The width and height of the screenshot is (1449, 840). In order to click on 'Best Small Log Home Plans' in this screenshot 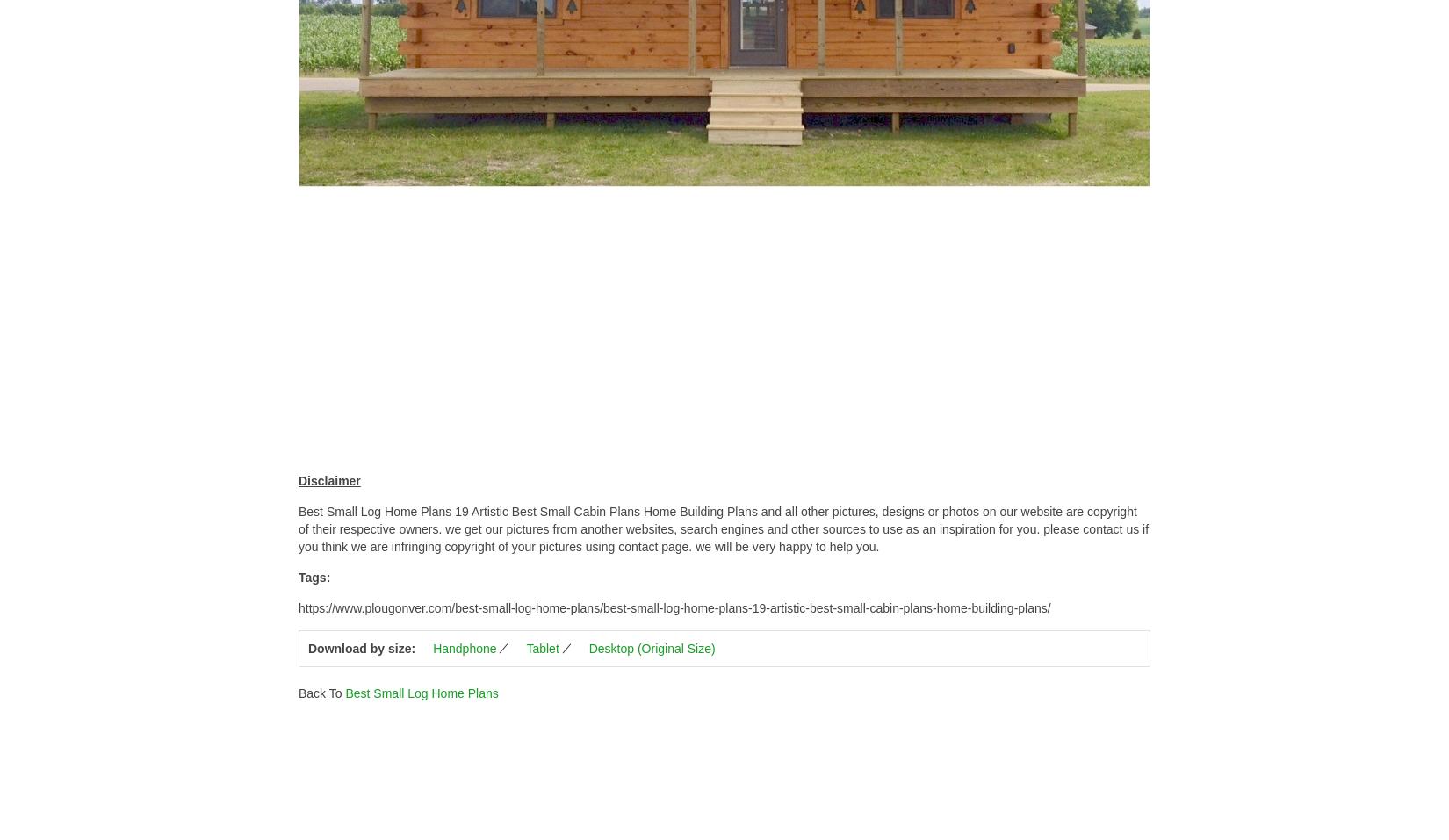, I will do `click(420, 692)`.